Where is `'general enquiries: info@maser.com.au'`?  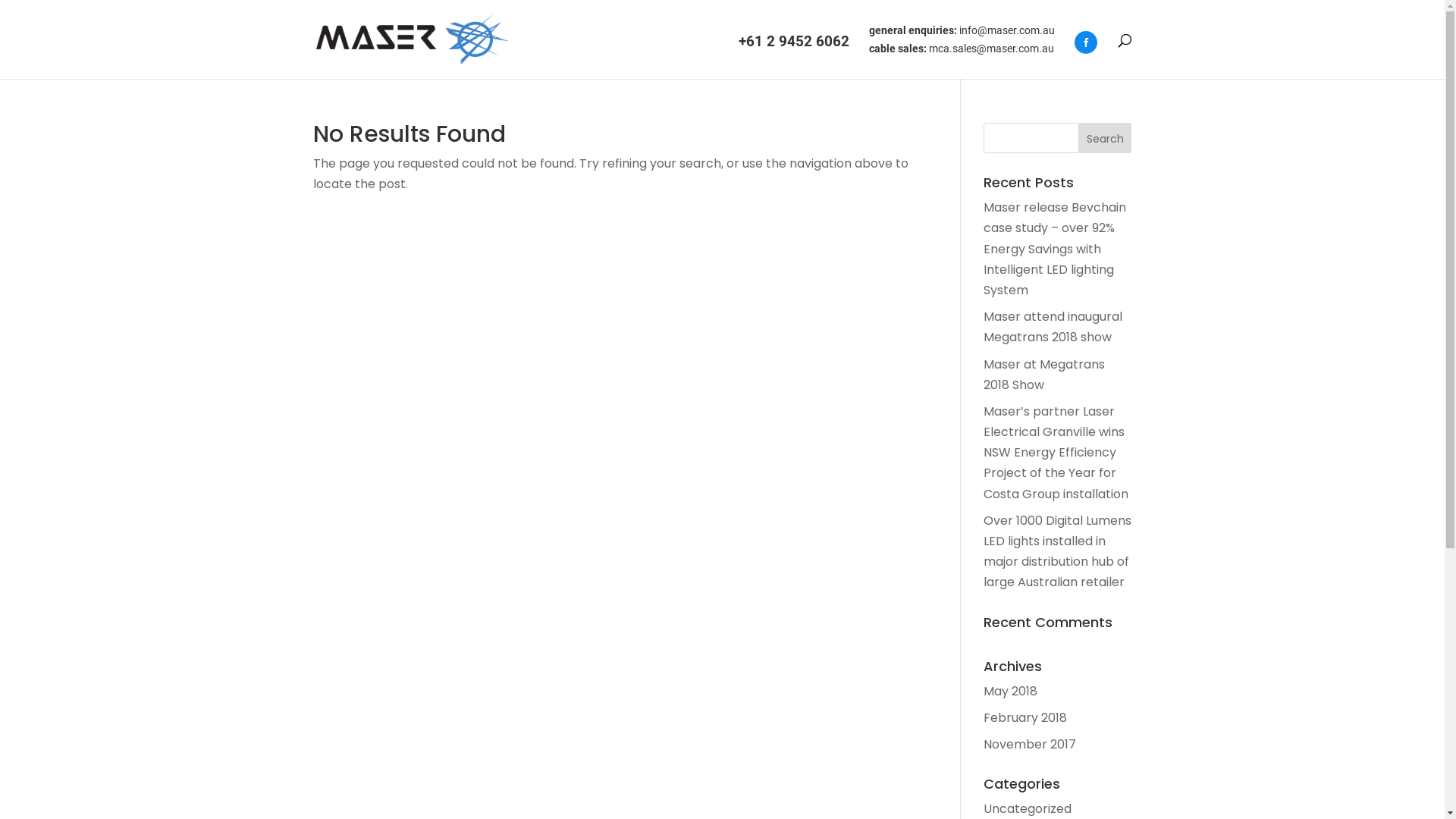
'general enquiries: info@maser.com.au' is located at coordinates (869, 34).